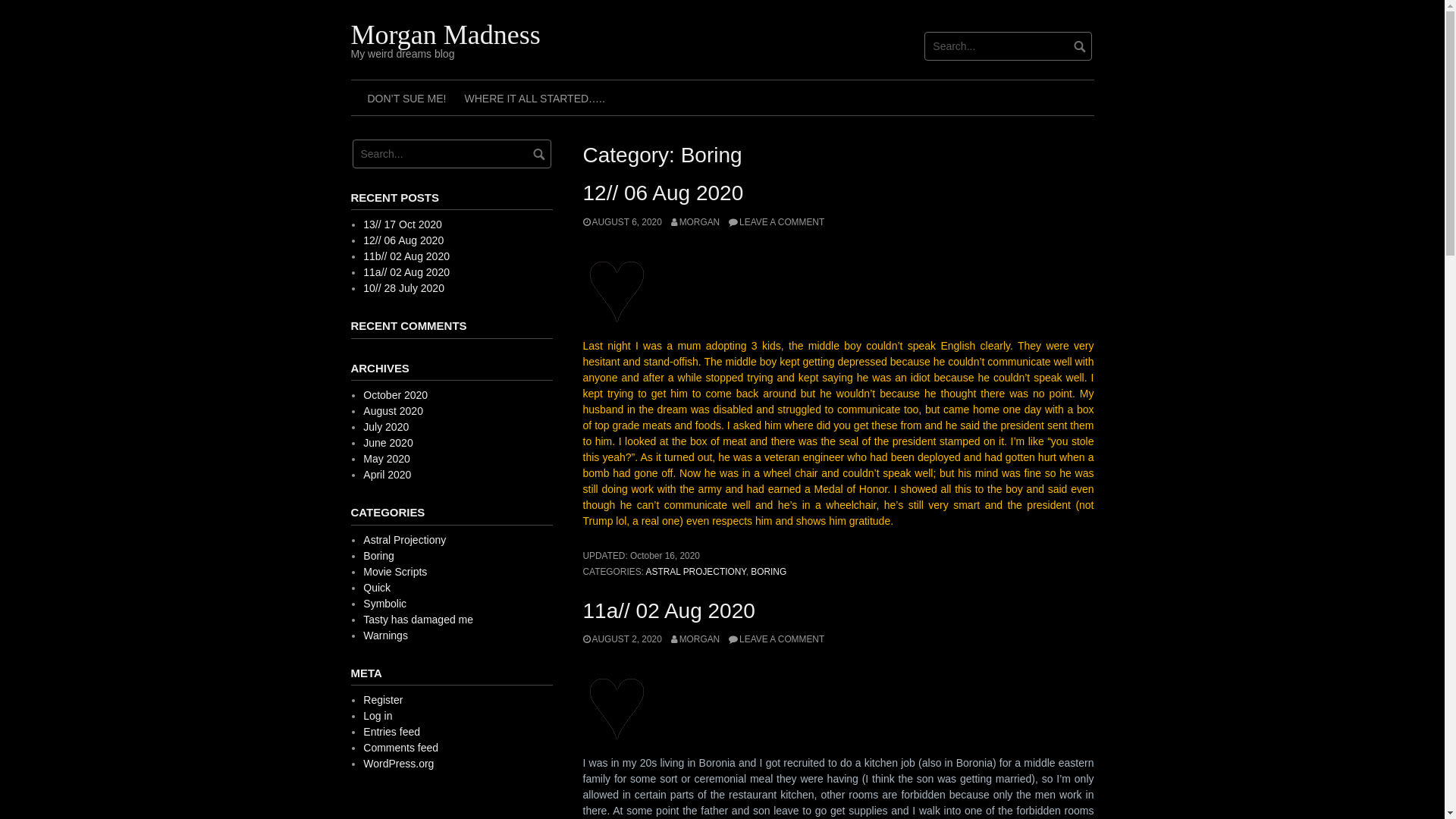 The width and height of the screenshot is (1456, 819). What do you see at coordinates (403, 224) in the screenshot?
I see `'13// 17 Oct 2020'` at bounding box center [403, 224].